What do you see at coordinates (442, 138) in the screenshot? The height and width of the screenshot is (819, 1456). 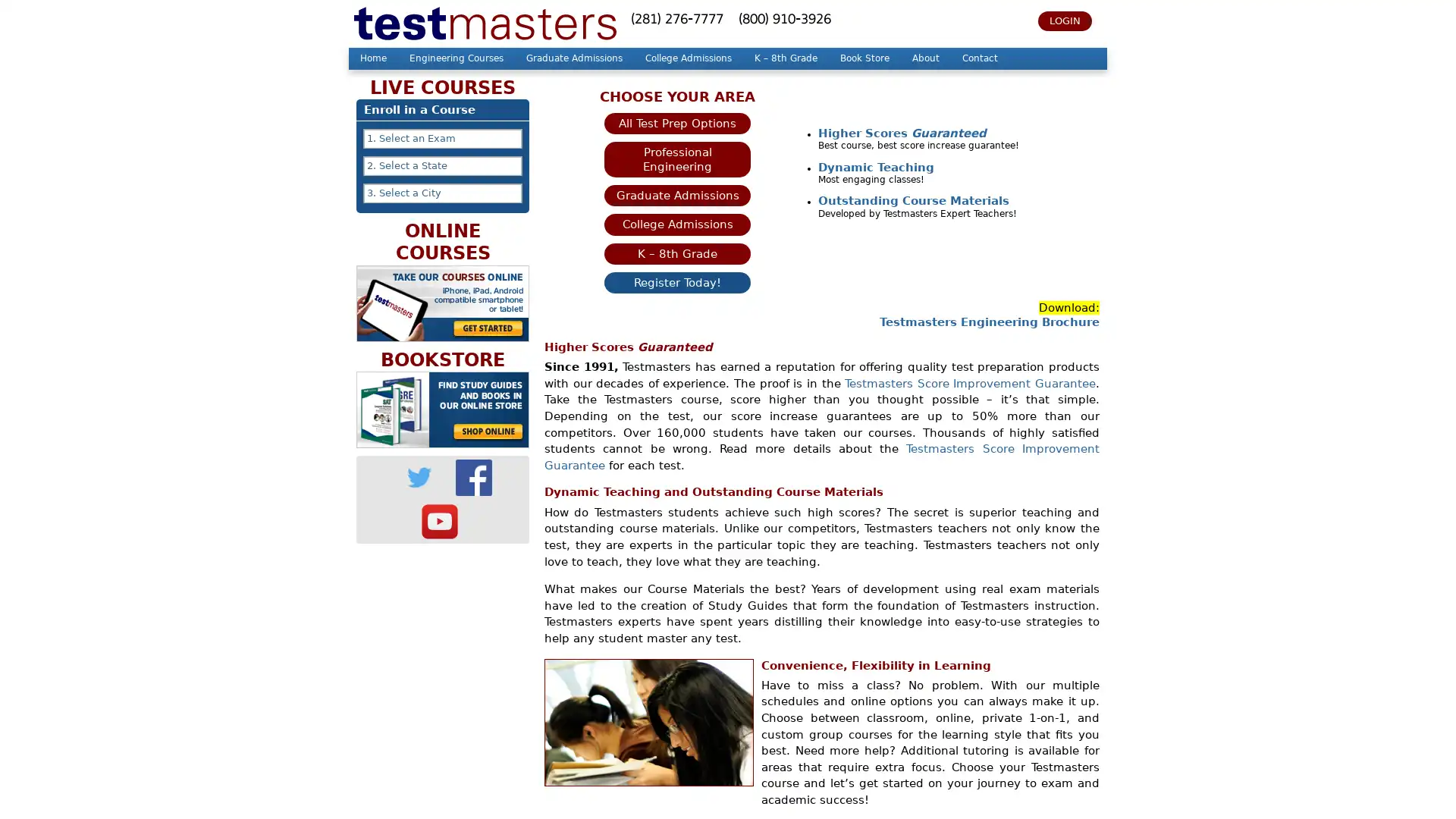 I see `1. Select an Exam` at bounding box center [442, 138].